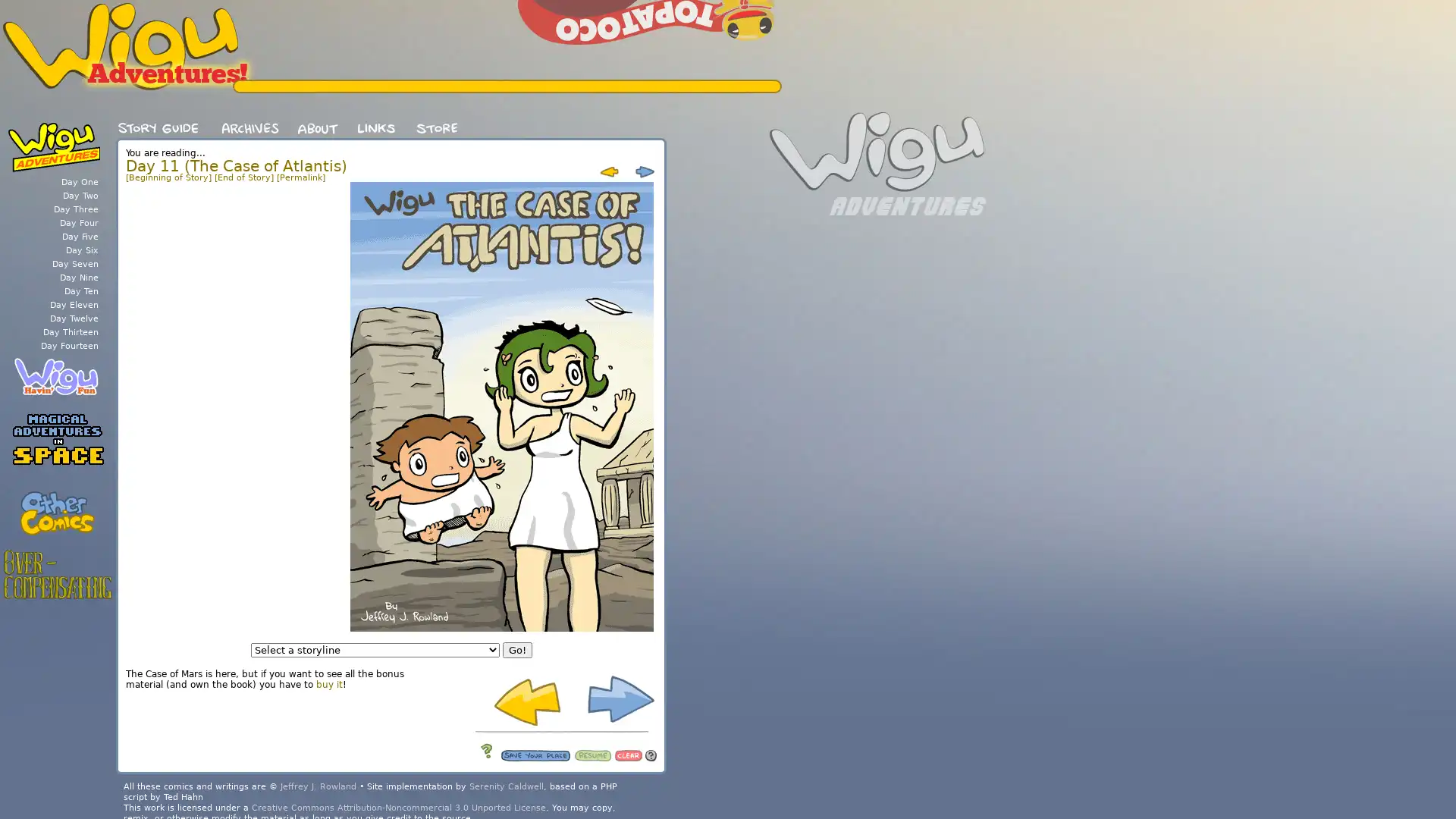 Image resolution: width=1456 pixels, height=819 pixels. What do you see at coordinates (516, 649) in the screenshot?
I see `Go!` at bounding box center [516, 649].